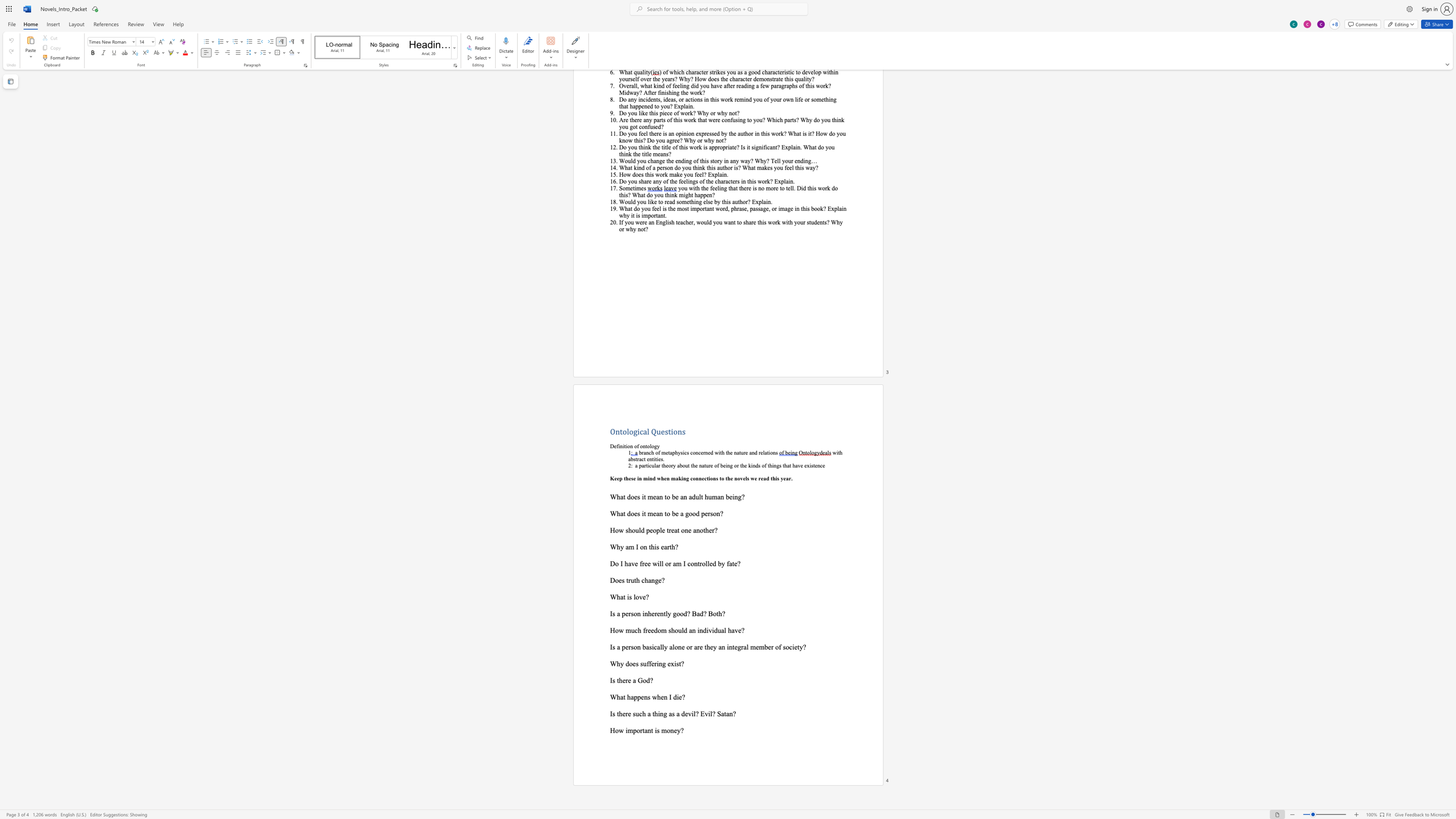 Image resolution: width=1456 pixels, height=819 pixels. Describe the element at coordinates (699, 647) in the screenshot. I see `the space between the continuous character "r" and "e" in the text` at that location.